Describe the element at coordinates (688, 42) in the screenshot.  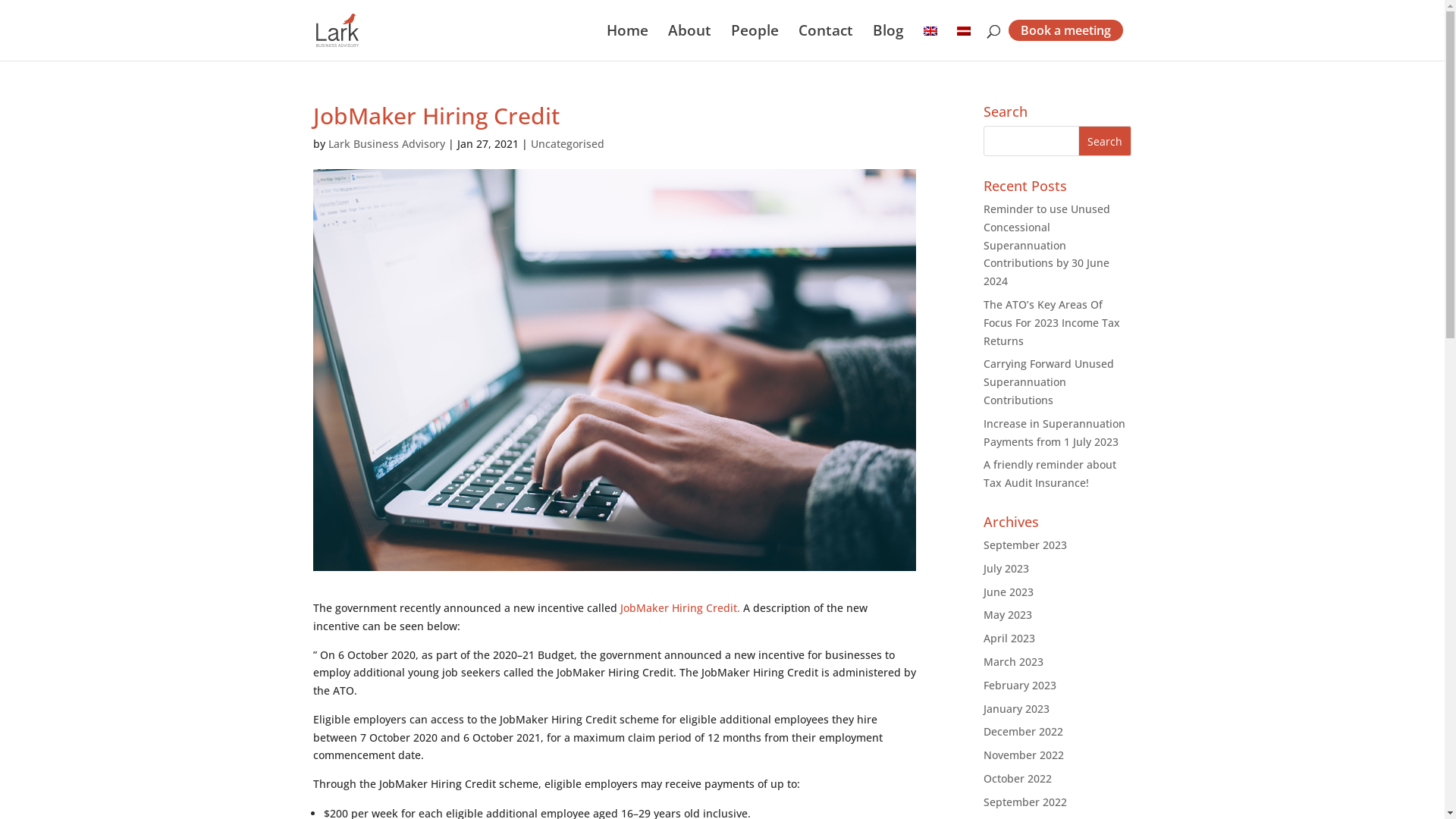
I see `'About'` at that location.